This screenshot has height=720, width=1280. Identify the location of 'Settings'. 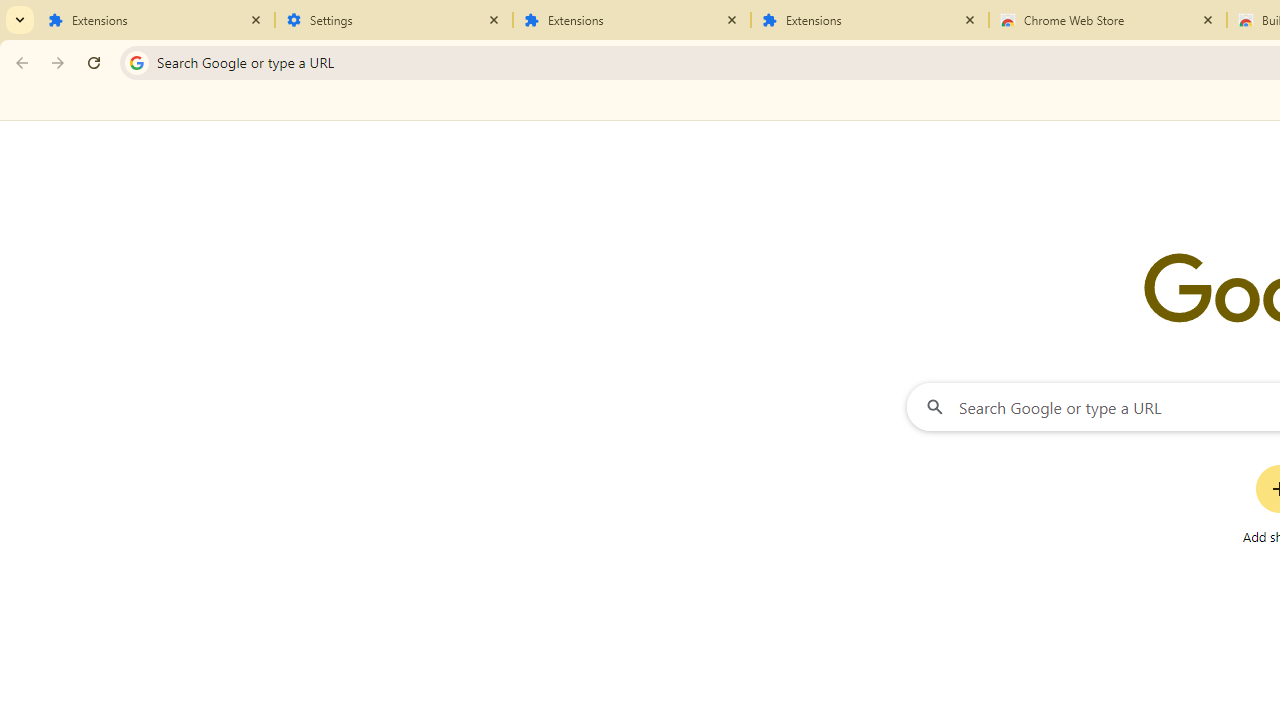
(394, 20).